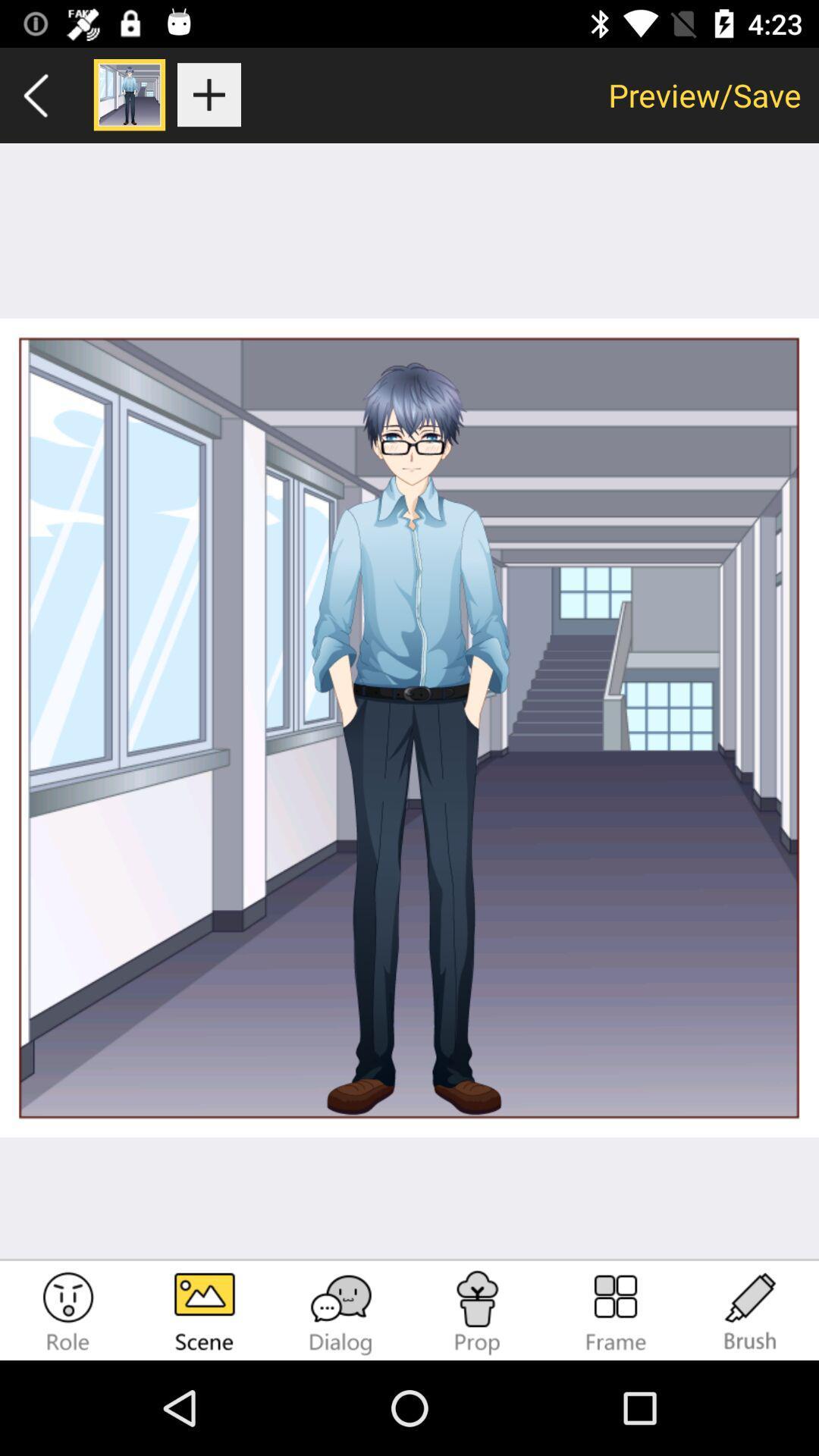 The width and height of the screenshot is (819, 1456). I want to click on app at the top right corner, so click(704, 94).